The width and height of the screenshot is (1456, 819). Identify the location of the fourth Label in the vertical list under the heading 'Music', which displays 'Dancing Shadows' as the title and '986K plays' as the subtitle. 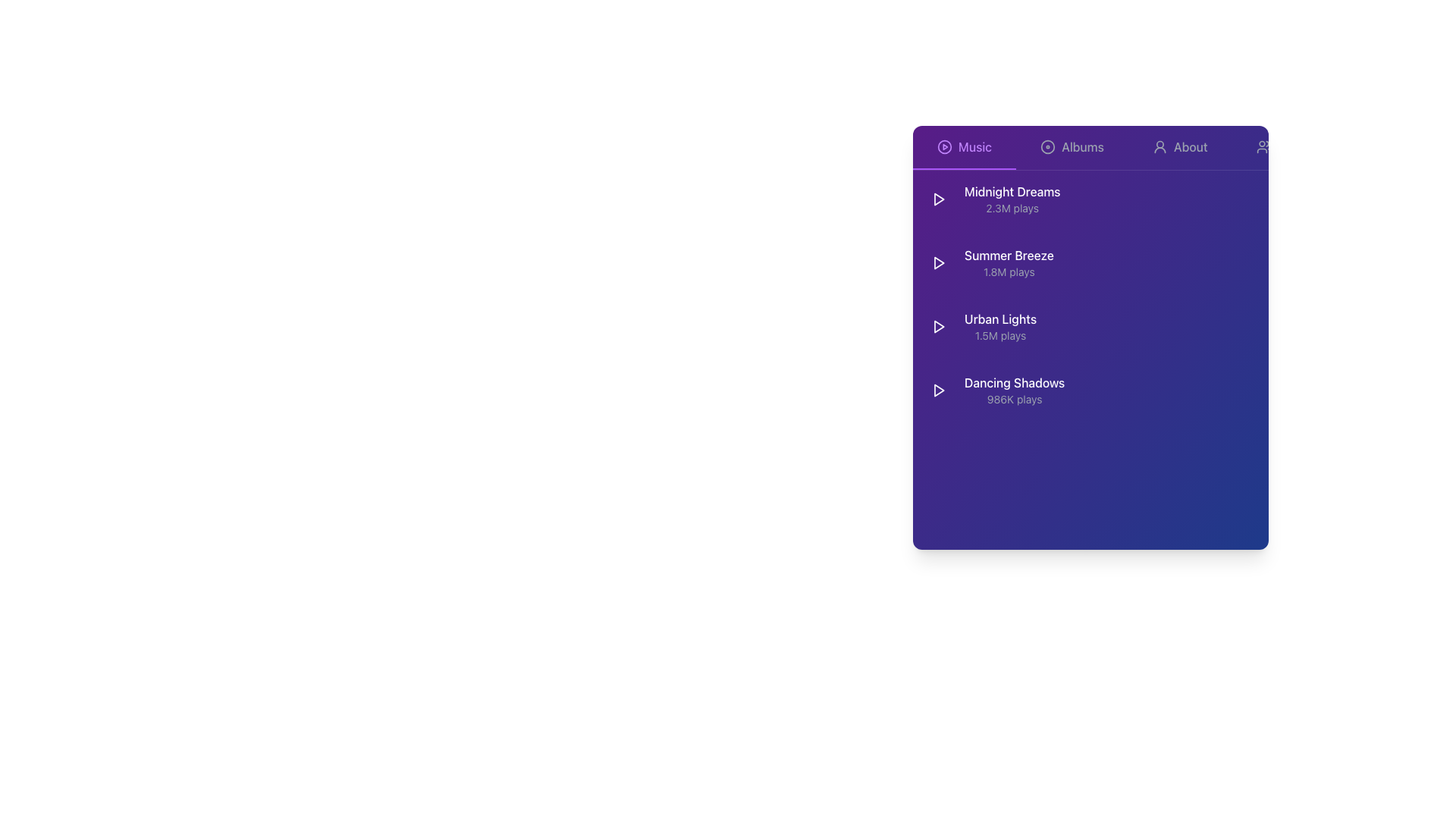
(1015, 390).